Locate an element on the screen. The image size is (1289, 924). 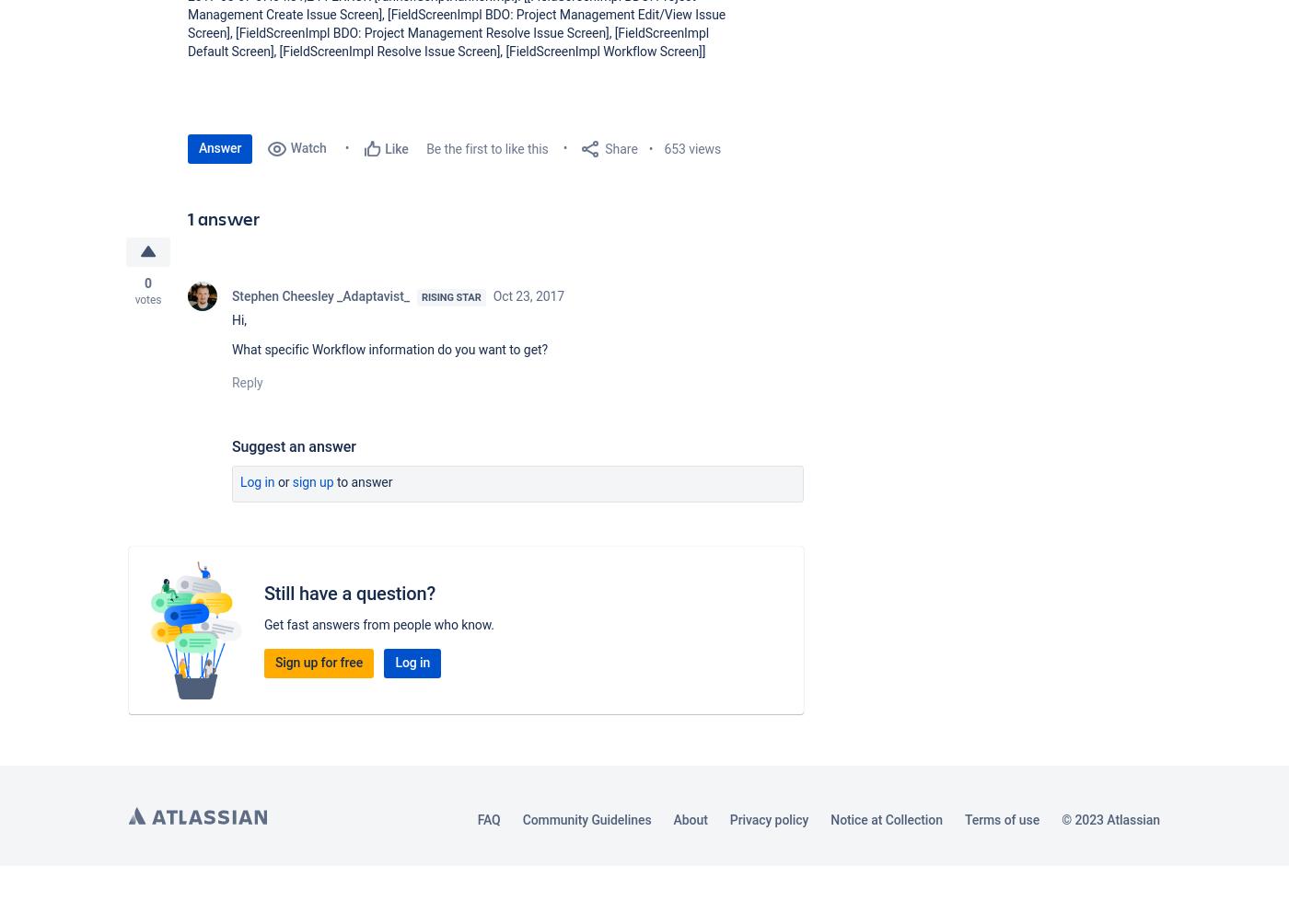
'Community Guidelines' is located at coordinates (586, 818).